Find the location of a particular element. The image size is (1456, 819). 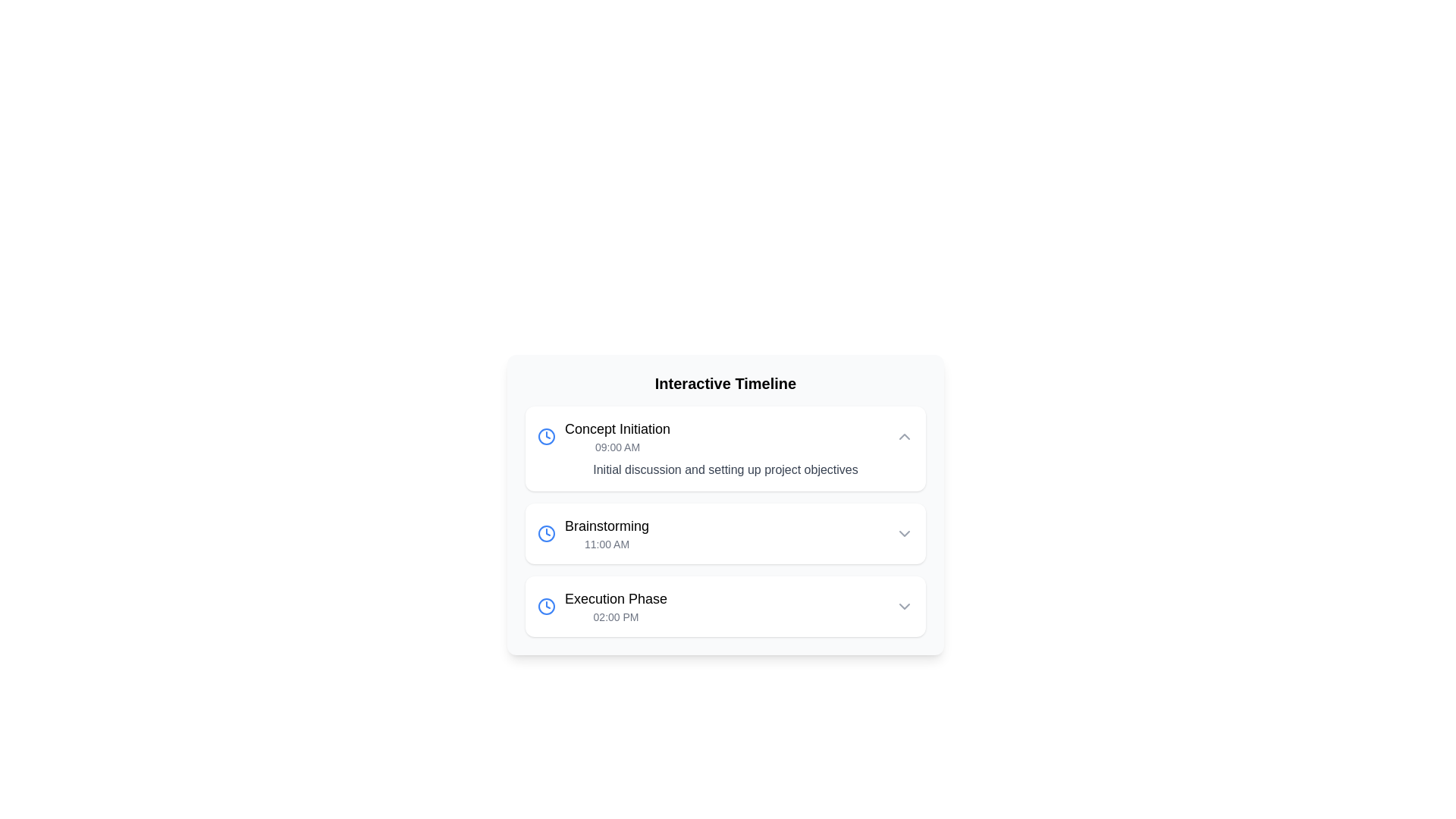

the 'Brainstorming' text label, which serves as the title for the second event in the timeline, to interact with its linked content is located at coordinates (607, 526).